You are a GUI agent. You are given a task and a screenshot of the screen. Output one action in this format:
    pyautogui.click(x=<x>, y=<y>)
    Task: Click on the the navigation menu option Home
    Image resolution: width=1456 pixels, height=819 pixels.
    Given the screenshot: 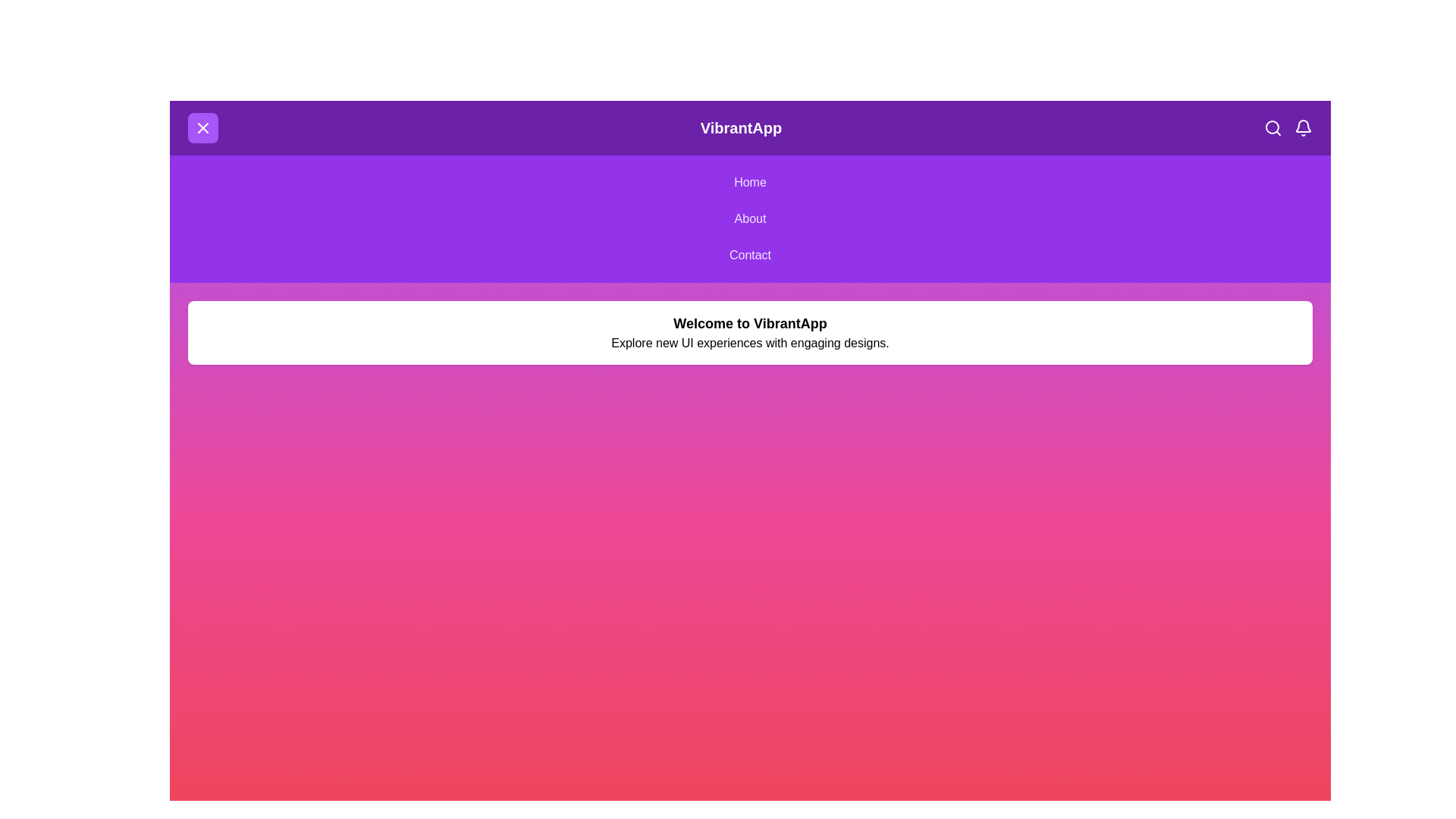 What is the action you would take?
    pyautogui.click(x=750, y=181)
    